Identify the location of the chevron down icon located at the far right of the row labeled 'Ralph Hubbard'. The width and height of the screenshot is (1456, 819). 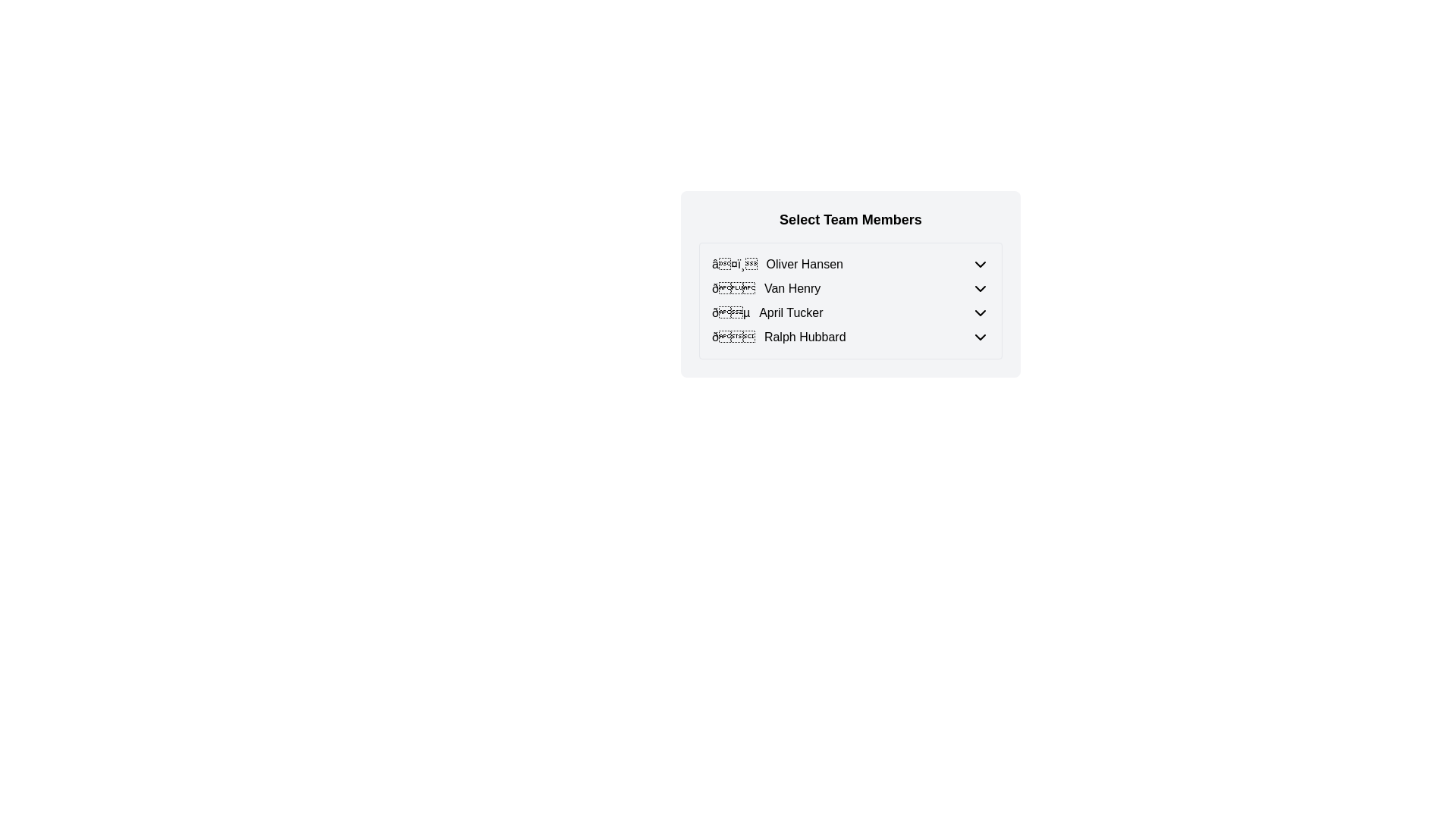
(980, 336).